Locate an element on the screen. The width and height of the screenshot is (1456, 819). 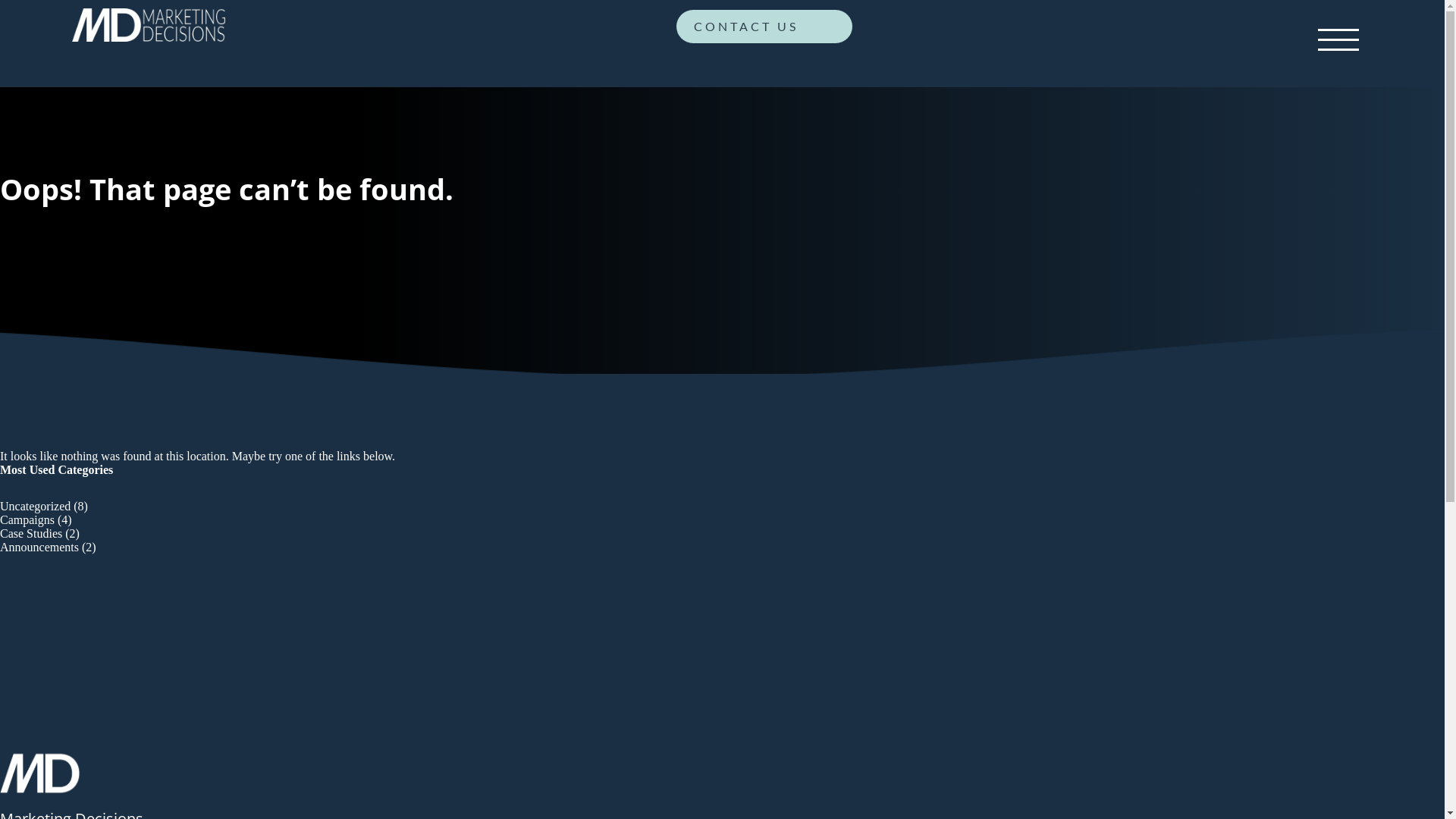
'Case Studies' is located at coordinates (31, 532).